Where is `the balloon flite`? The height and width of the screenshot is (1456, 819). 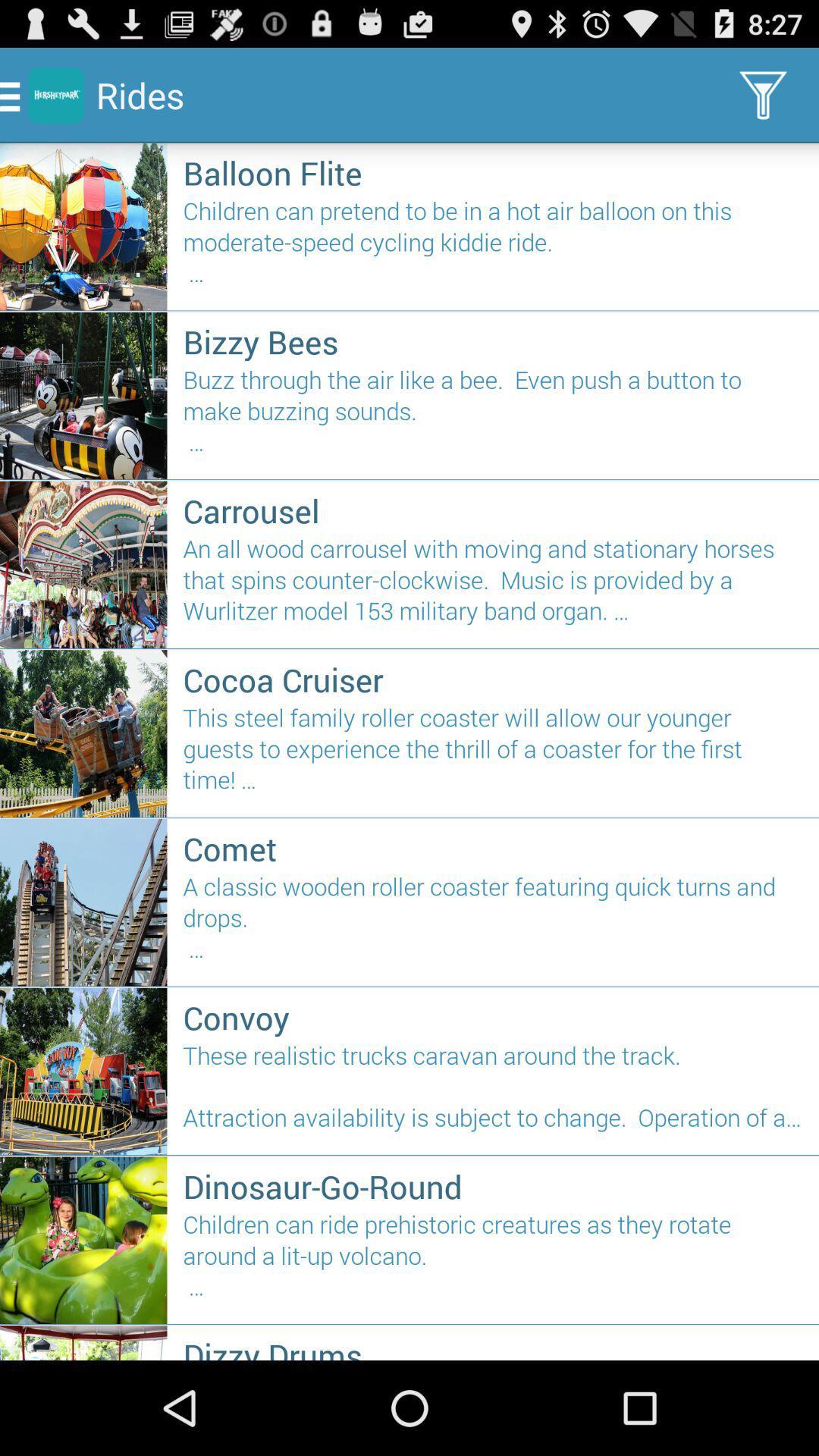
the balloon flite is located at coordinates (493, 173).